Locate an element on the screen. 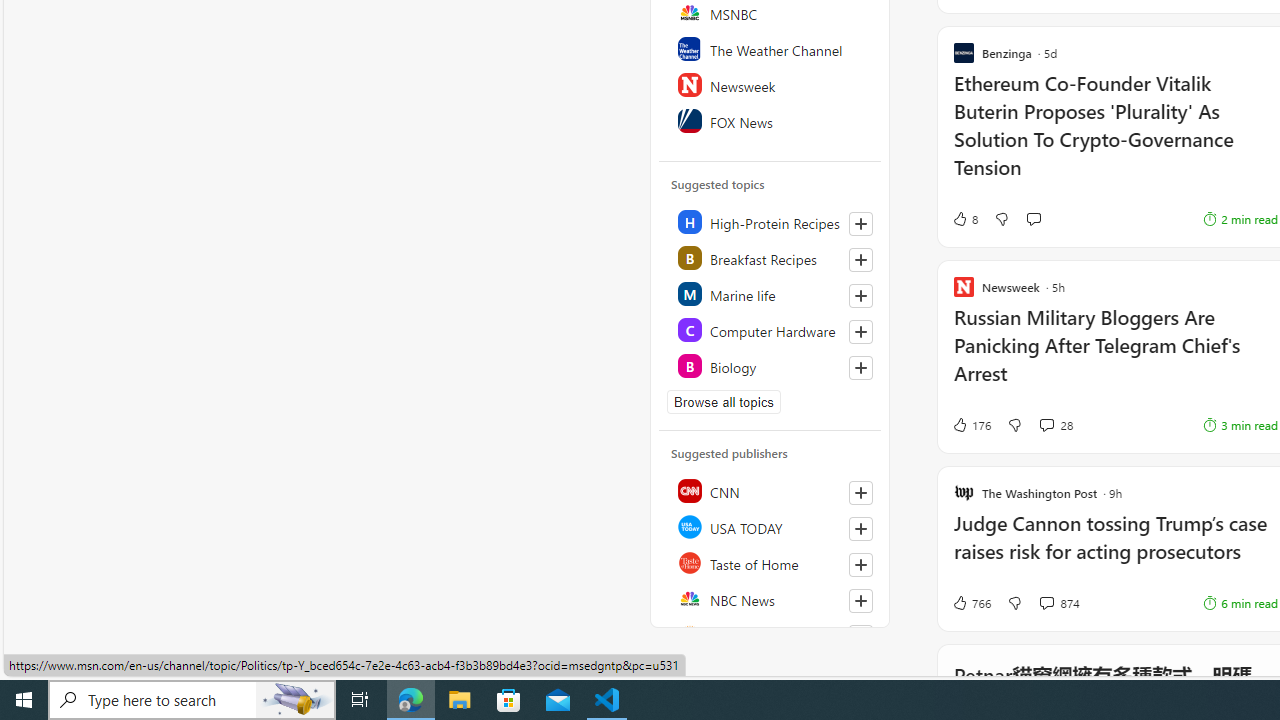  'Follow this source' is located at coordinates (860, 636).